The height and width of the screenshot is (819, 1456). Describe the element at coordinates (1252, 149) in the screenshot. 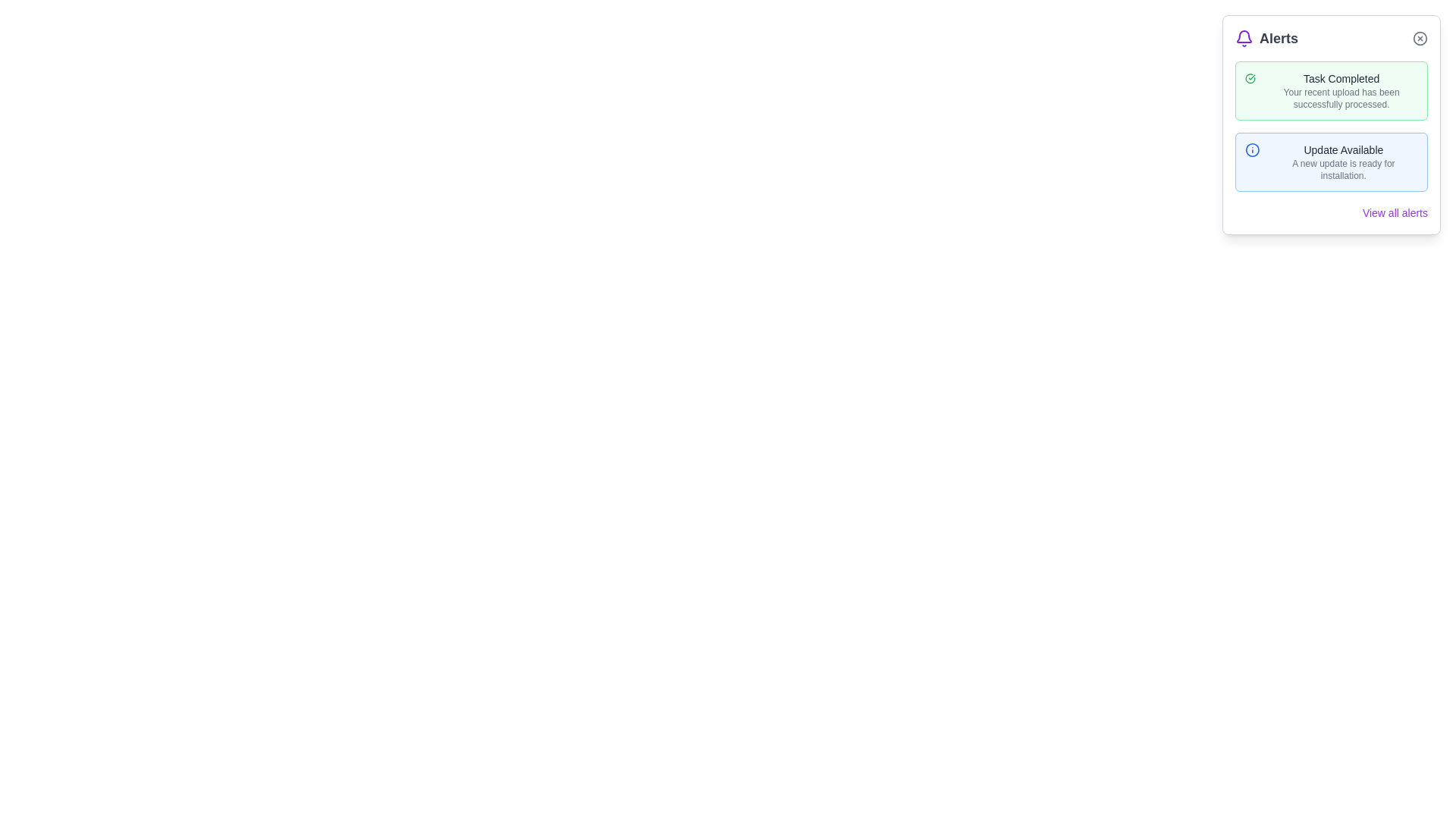

I see `the informational icon, which is a compact blue circle with an exclamation mark, located adjacent to the 'Update Available' text in the notification box` at that location.